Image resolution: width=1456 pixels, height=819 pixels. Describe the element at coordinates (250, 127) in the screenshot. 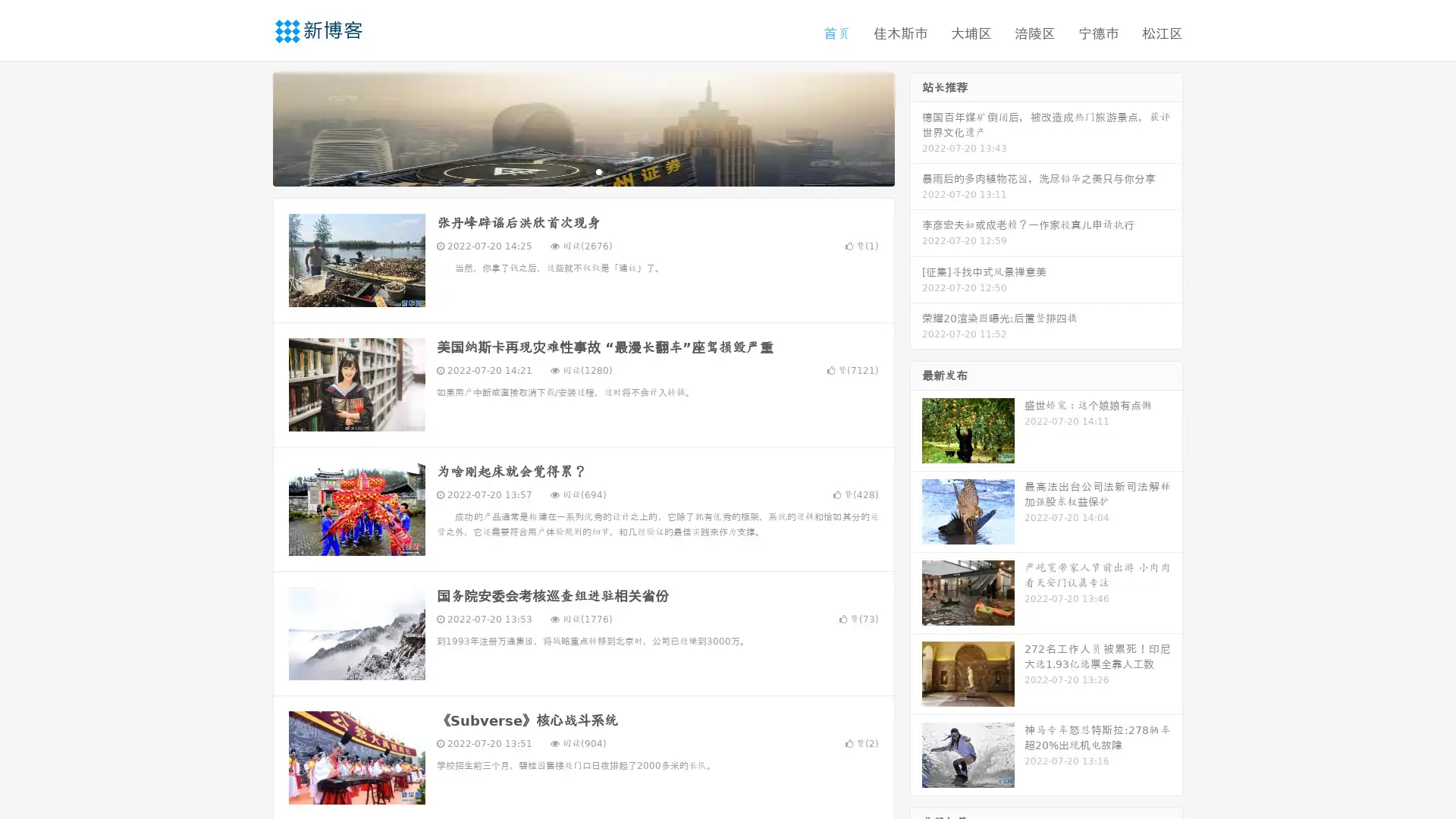

I see `Previous slide` at that location.